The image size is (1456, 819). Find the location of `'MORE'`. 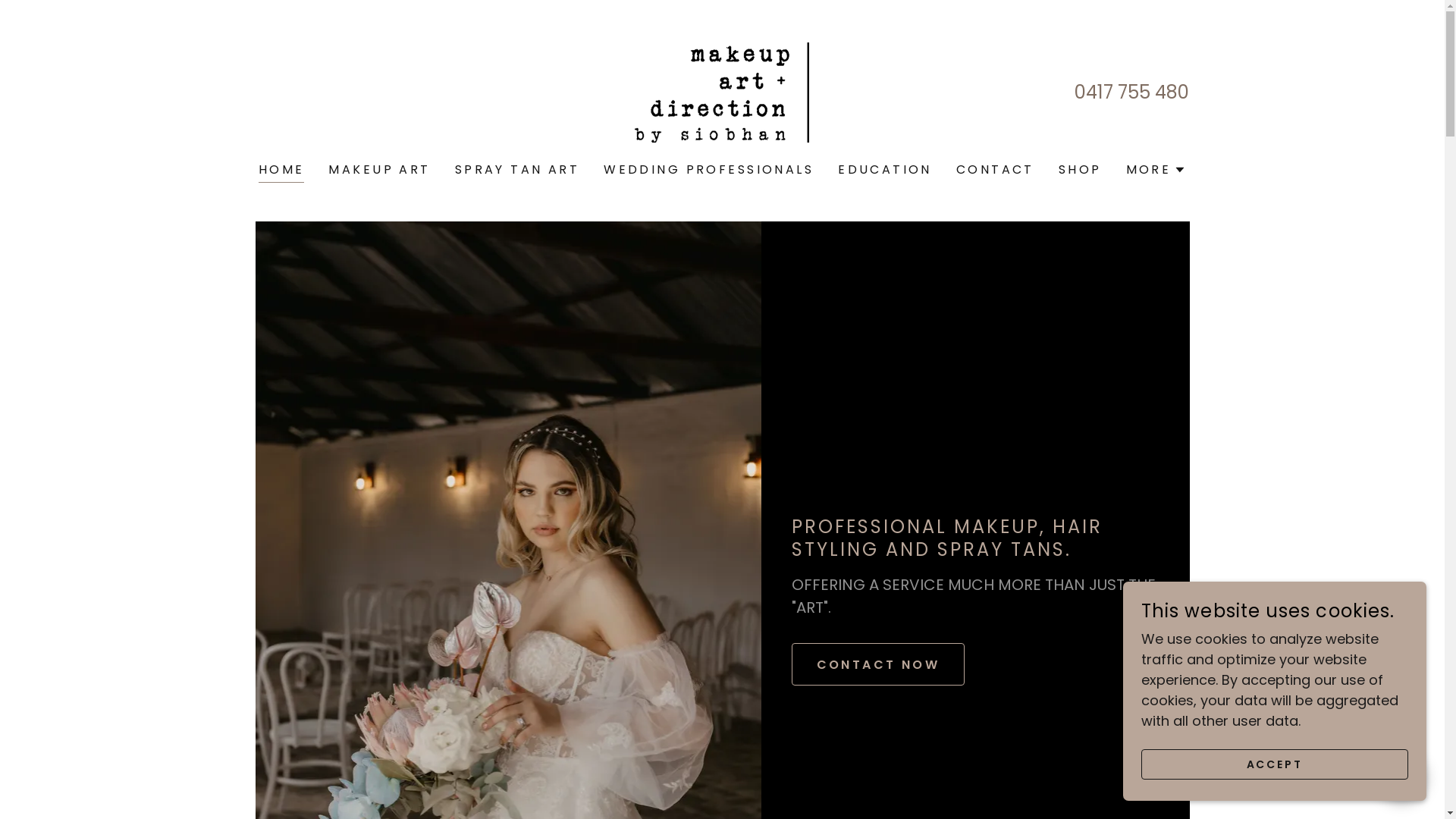

'MORE' is located at coordinates (1156, 169).